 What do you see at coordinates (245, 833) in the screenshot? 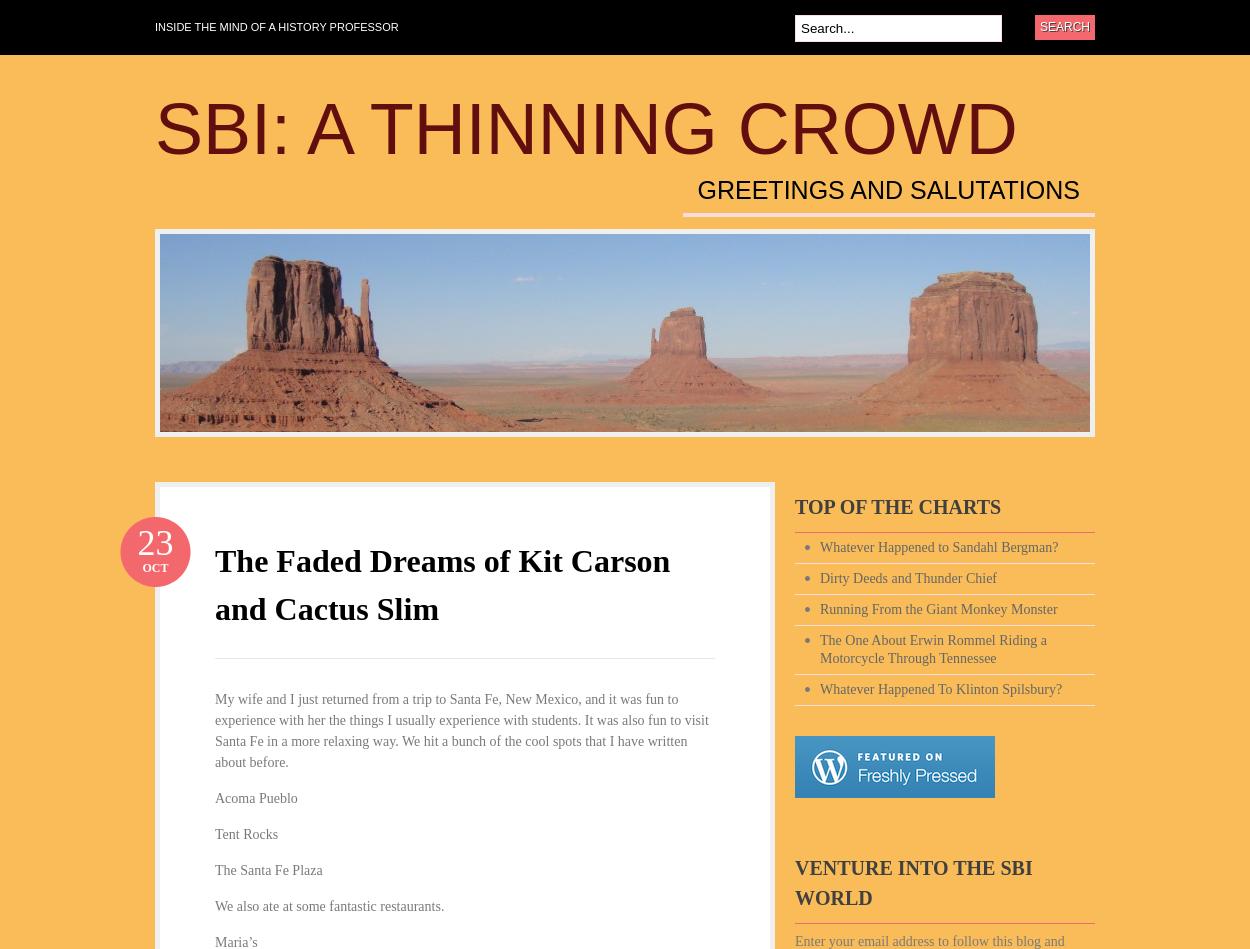
I see `'Tent Rocks'` at bounding box center [245, 833].